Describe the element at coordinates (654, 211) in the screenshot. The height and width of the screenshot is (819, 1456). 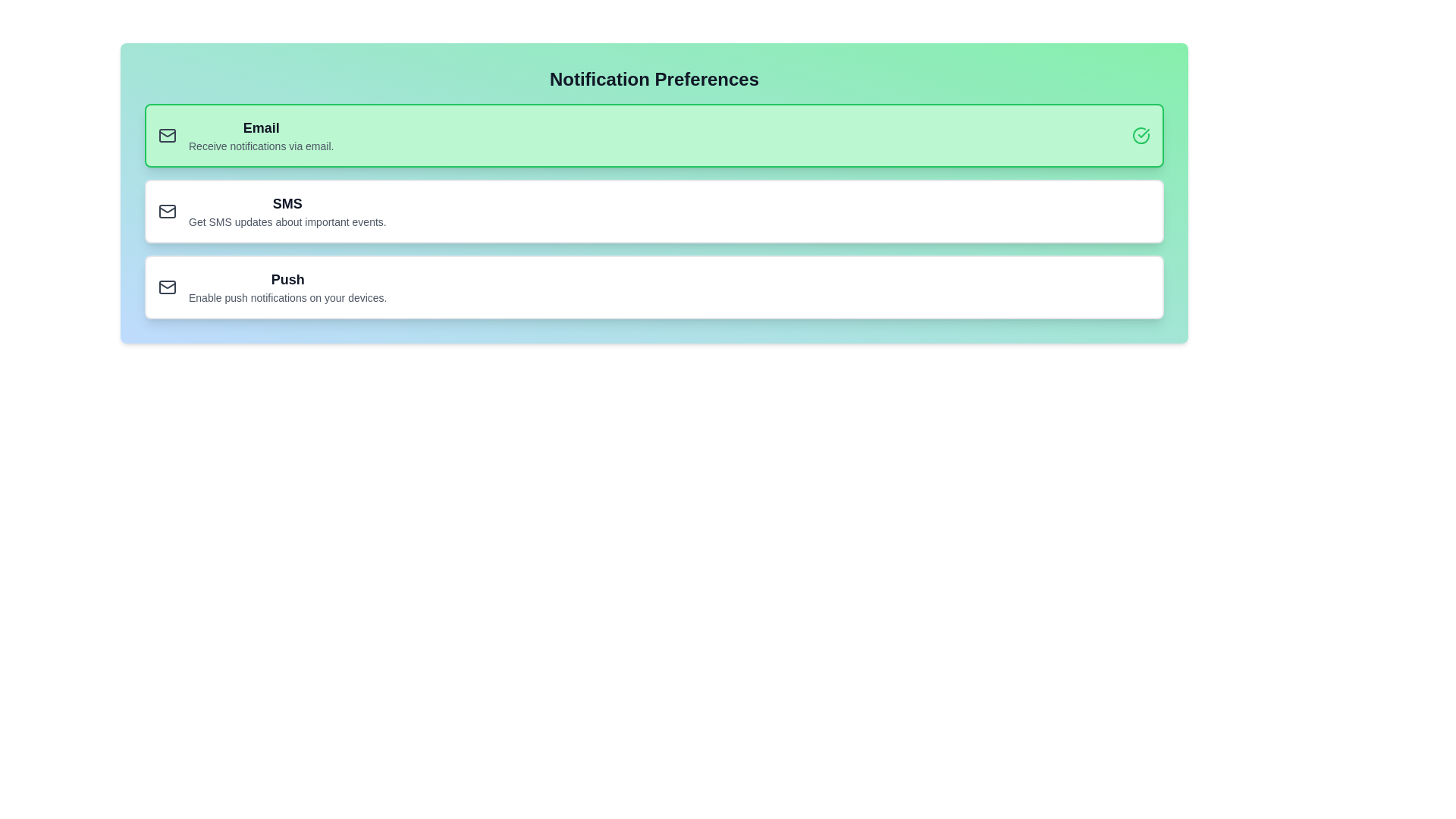
I see `the option box` at that location.